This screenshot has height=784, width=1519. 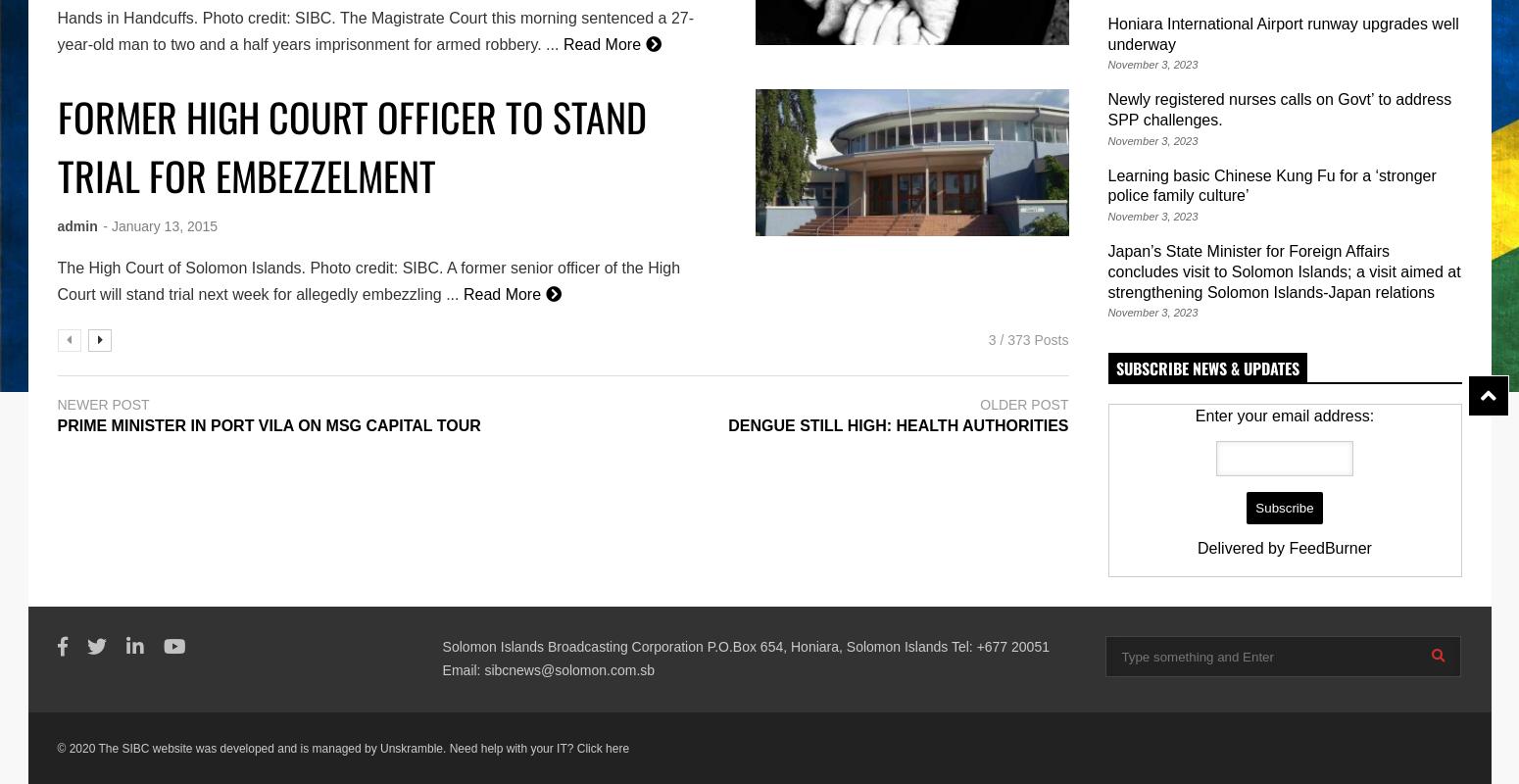 What do you see at coordinates (1283, 416) in the screenshot?
I see `'Enter your email address:'` at bounding box center [1283, 416].